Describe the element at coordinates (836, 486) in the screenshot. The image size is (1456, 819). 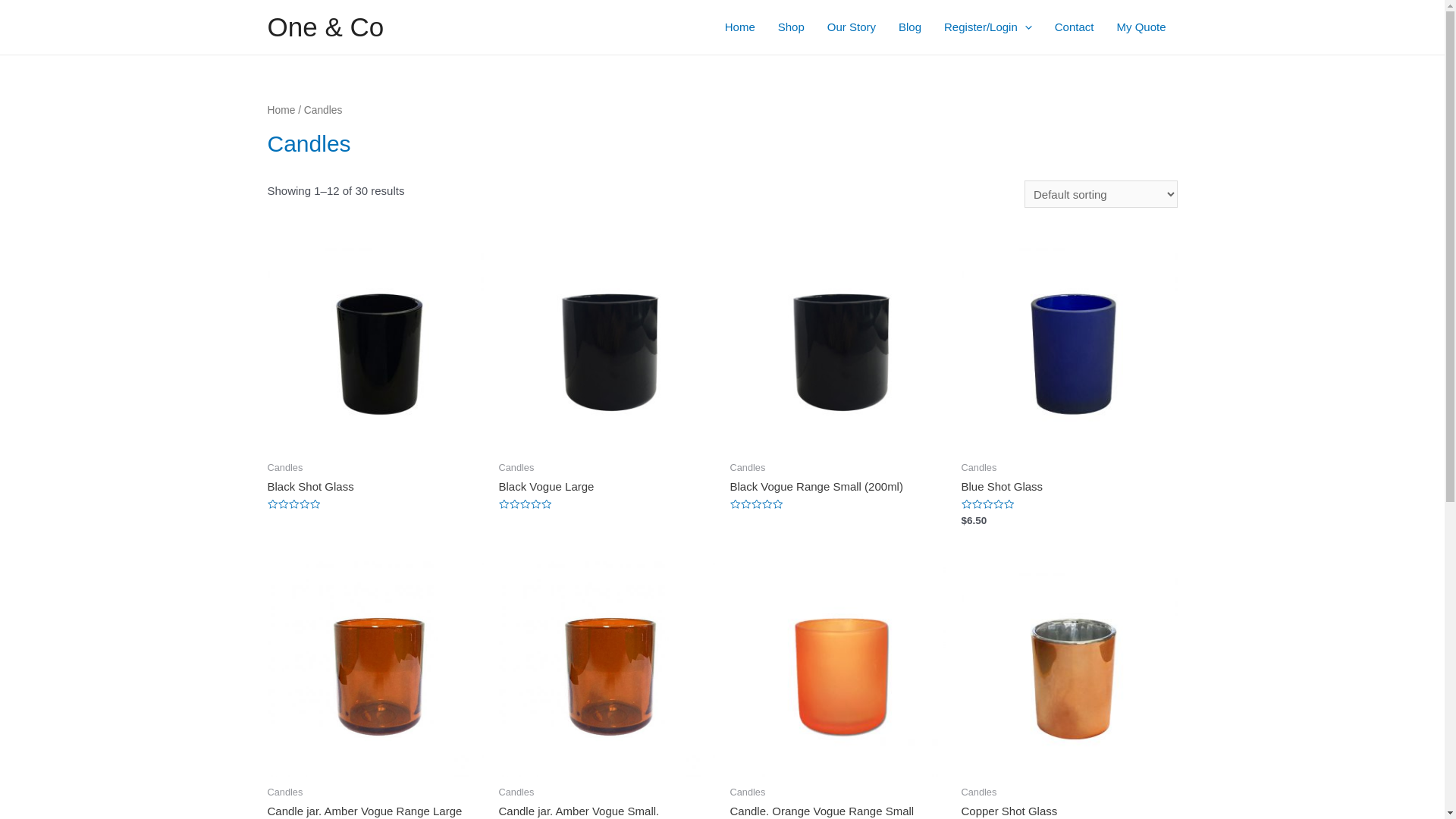
I see `'Black Vogue Range Small (200ml)'` at that location.